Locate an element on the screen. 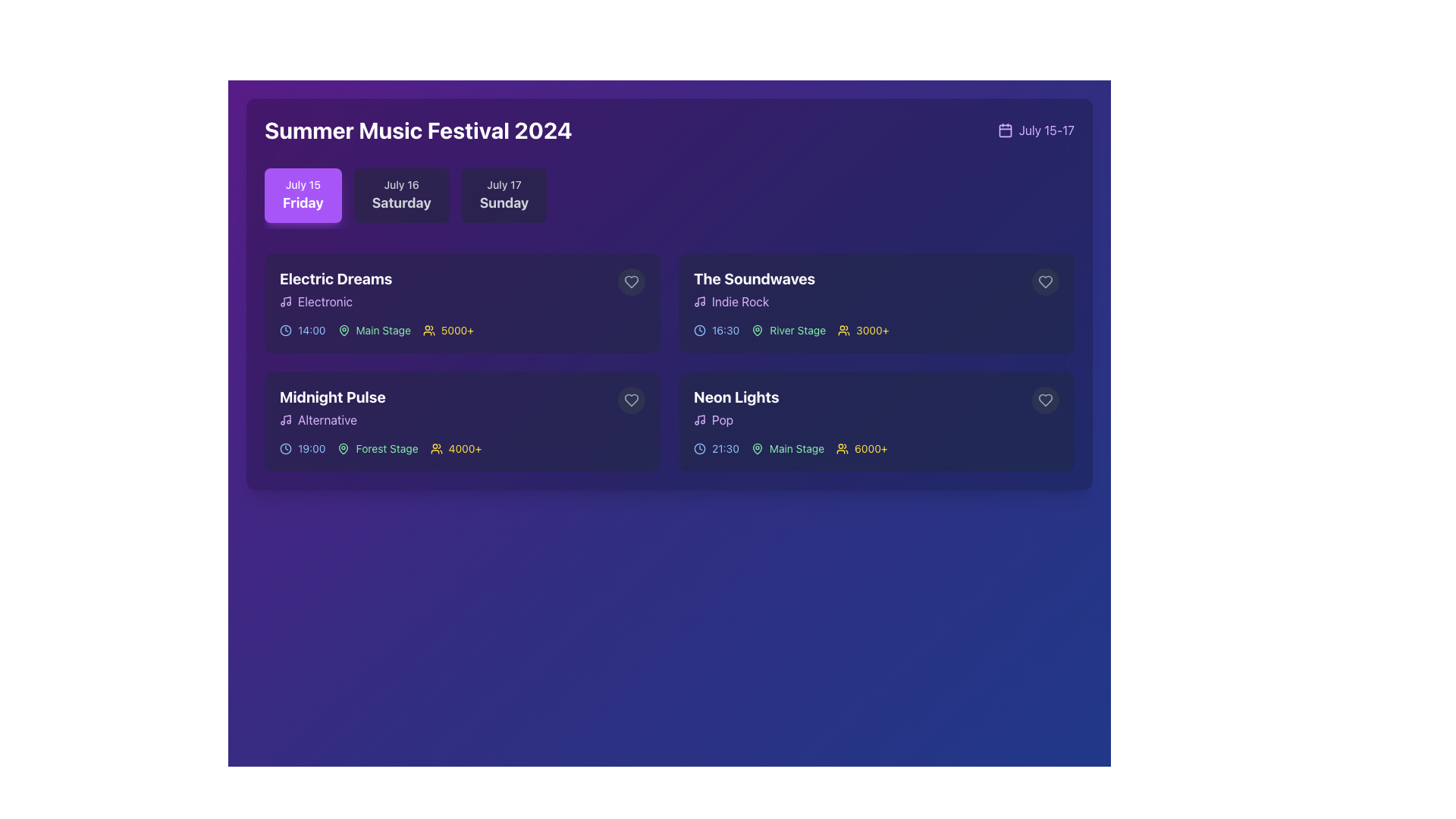  the small light yellow icon illustrating a group of people, located in the 'Midnight Pulse' event section, to the left of the '4000+' attendee count text is located at coordinates (435, 447).